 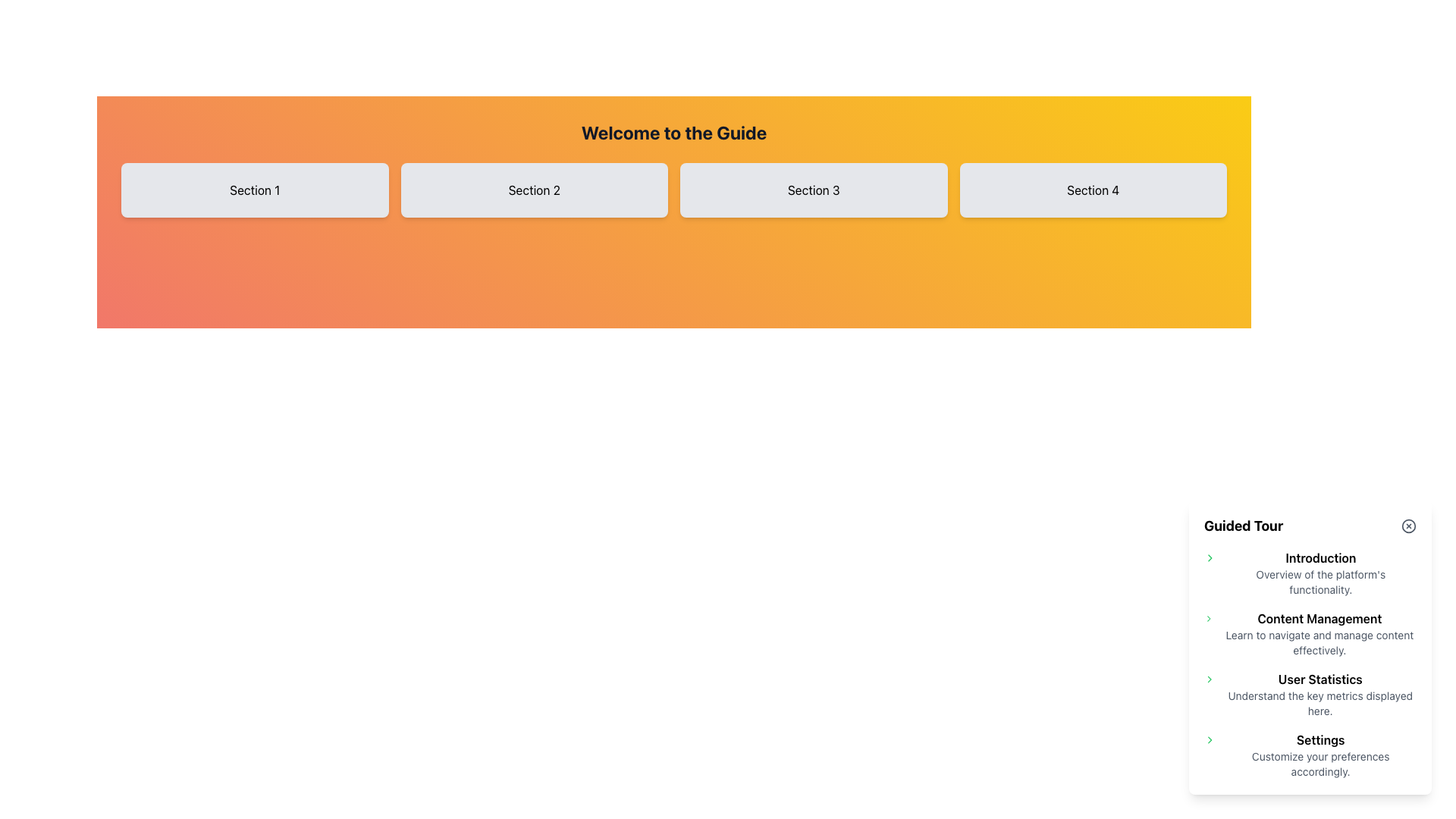 What do you see at coordinates (1319, 704) in the screenshot?
I see `the informational Text Label located directly below the 'User Statistics' heading in the Guided Tour panel on the right-hand side of the page` at bounding box center [1319, 704].